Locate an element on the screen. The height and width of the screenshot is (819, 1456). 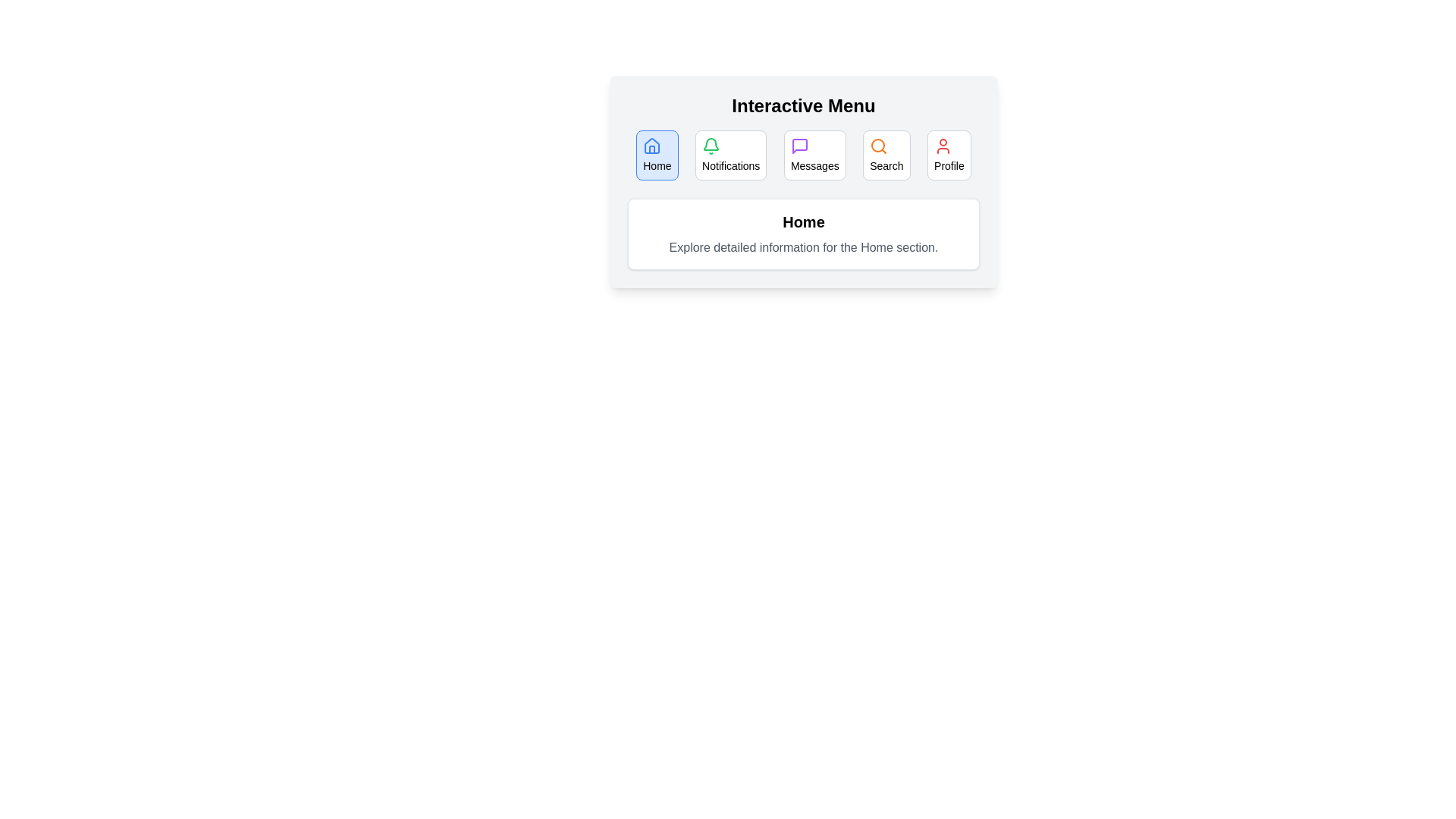
the 'Search' text label, which is styled in a simple sans-serif font and integrated into a white rectangular button with a rounded border, positioned fourth from the left among a horizontal row of five buttons is located at coordinates (886, 166).